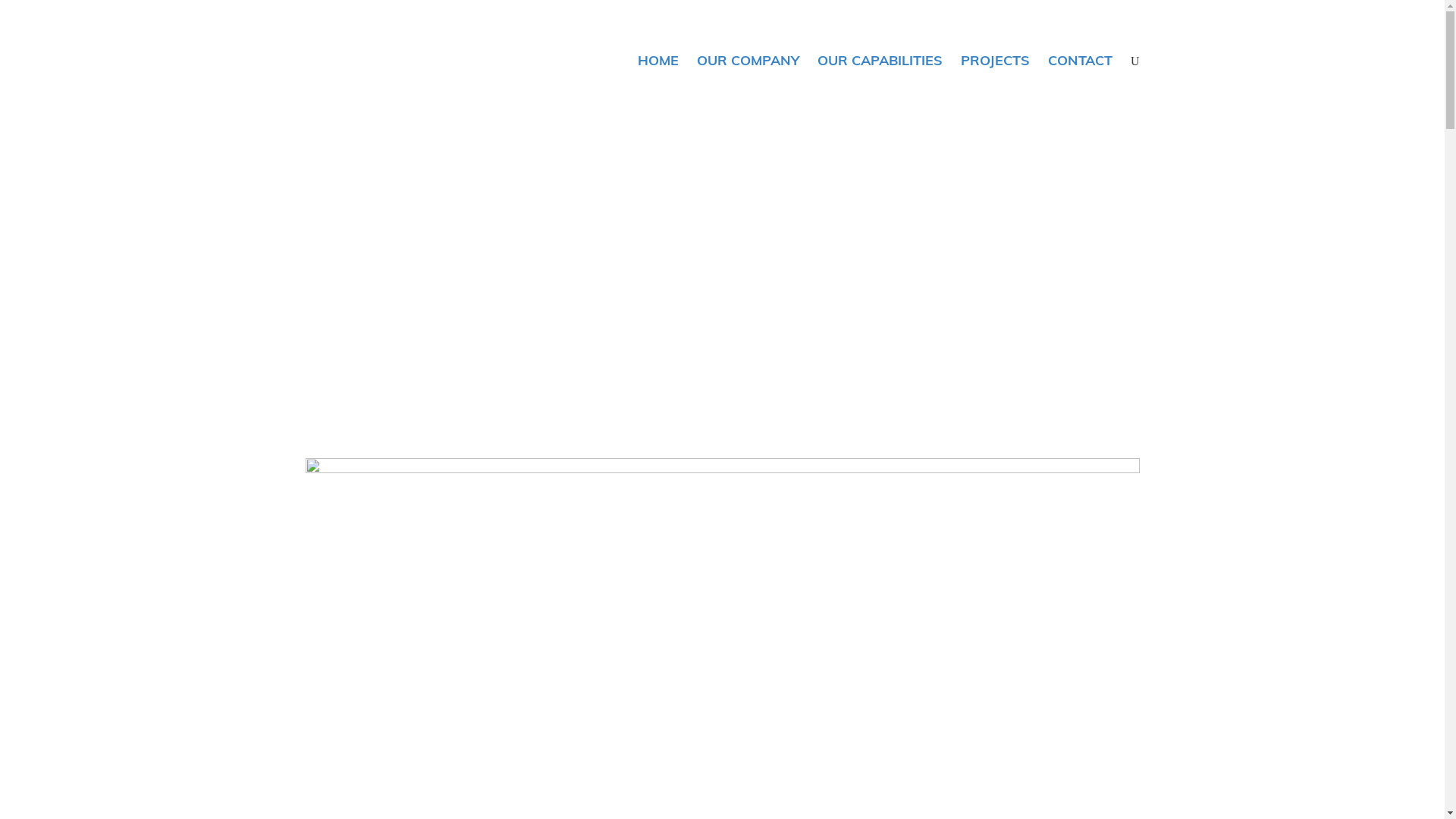 The height and width of the screenshot is (819, 1456). I want to click on 'OUR CAPABILITIES', so click(880, 60).